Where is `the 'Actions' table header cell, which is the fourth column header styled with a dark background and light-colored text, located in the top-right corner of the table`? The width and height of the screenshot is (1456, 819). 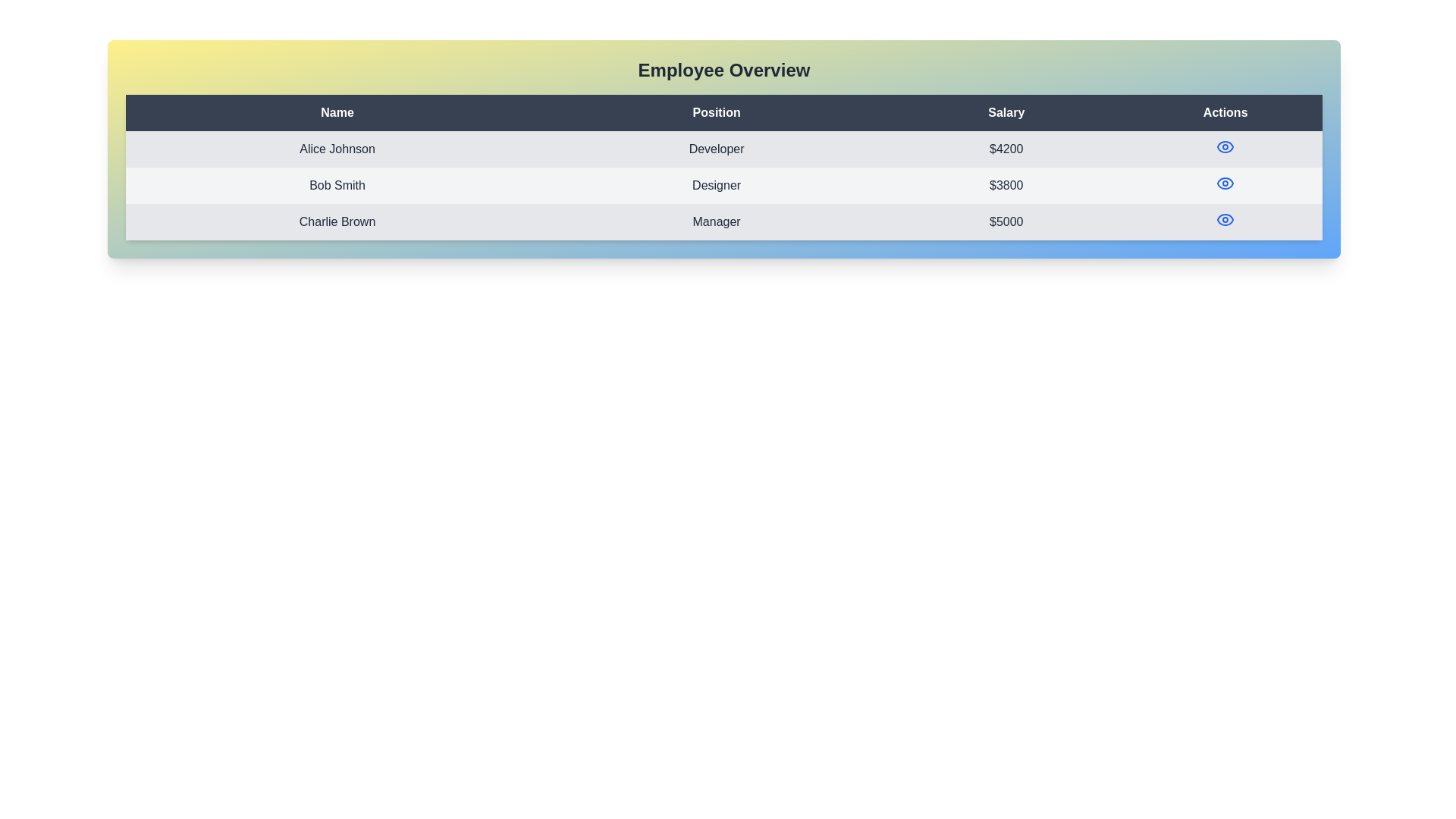
the 'Actions' table header cell, which is the fourth column header styled with a dark background and light-colored text, located in the top-right corner of the table is located at coordinates (1225, 112).